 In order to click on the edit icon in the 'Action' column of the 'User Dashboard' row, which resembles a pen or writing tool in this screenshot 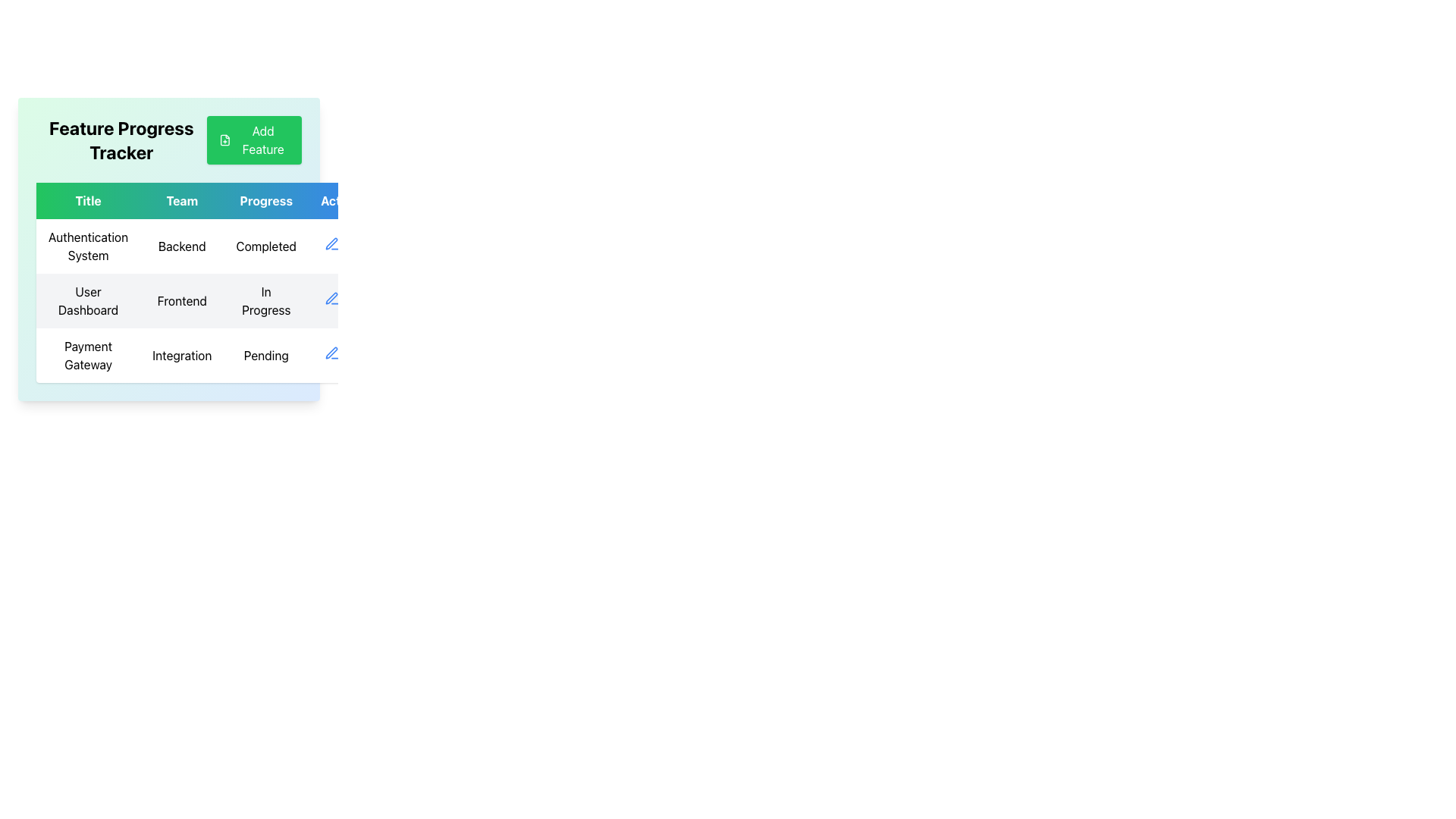, I will do `click(331, 298)`.